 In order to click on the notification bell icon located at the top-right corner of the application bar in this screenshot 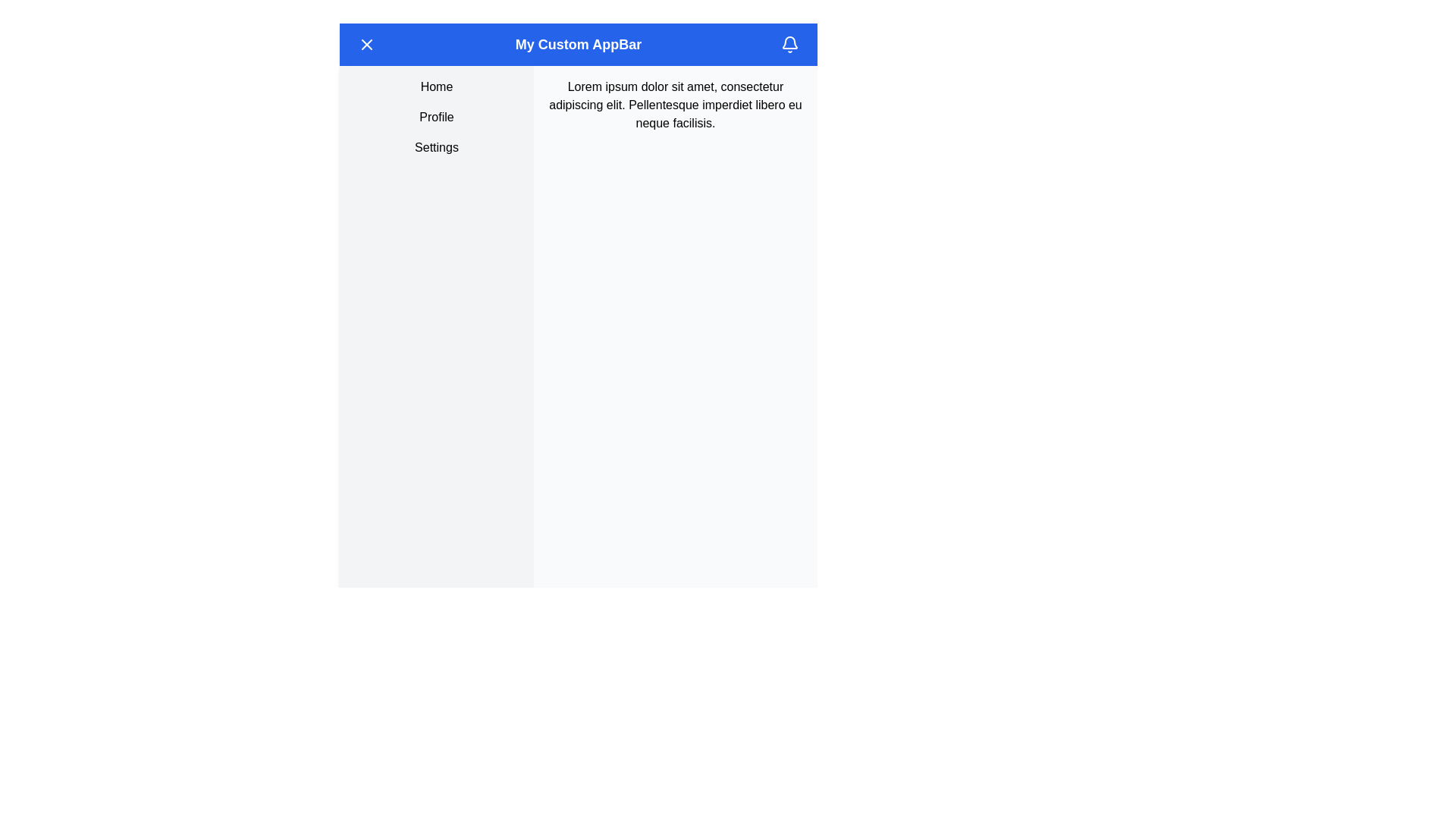, I will do `click(789, 43)`.